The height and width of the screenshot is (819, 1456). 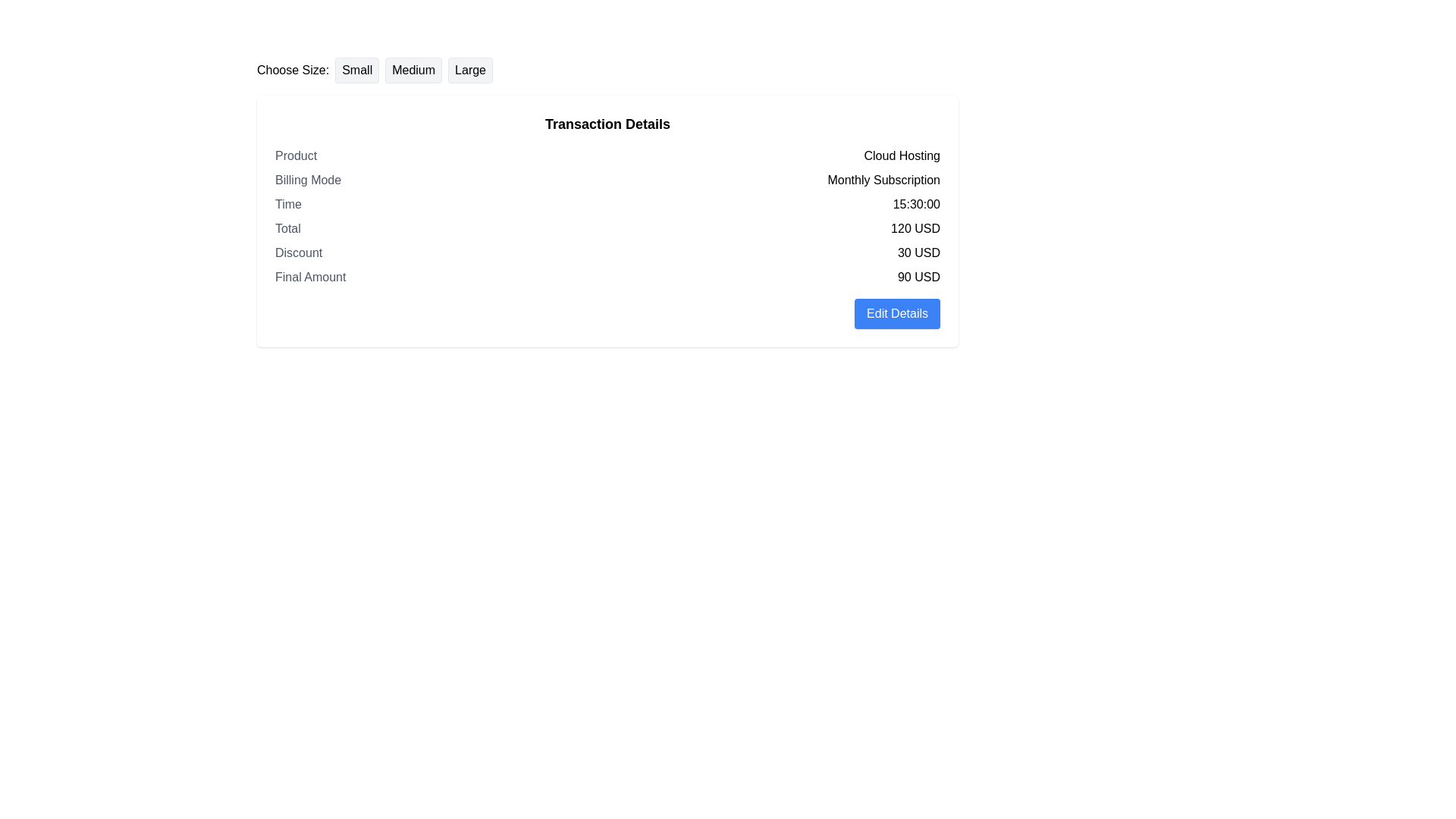 What do you see at coordinates (469, 70) in the screenshot?
I see `the 'Large' button, which is the third button in the size selection group` at bounding box center [469, 70].